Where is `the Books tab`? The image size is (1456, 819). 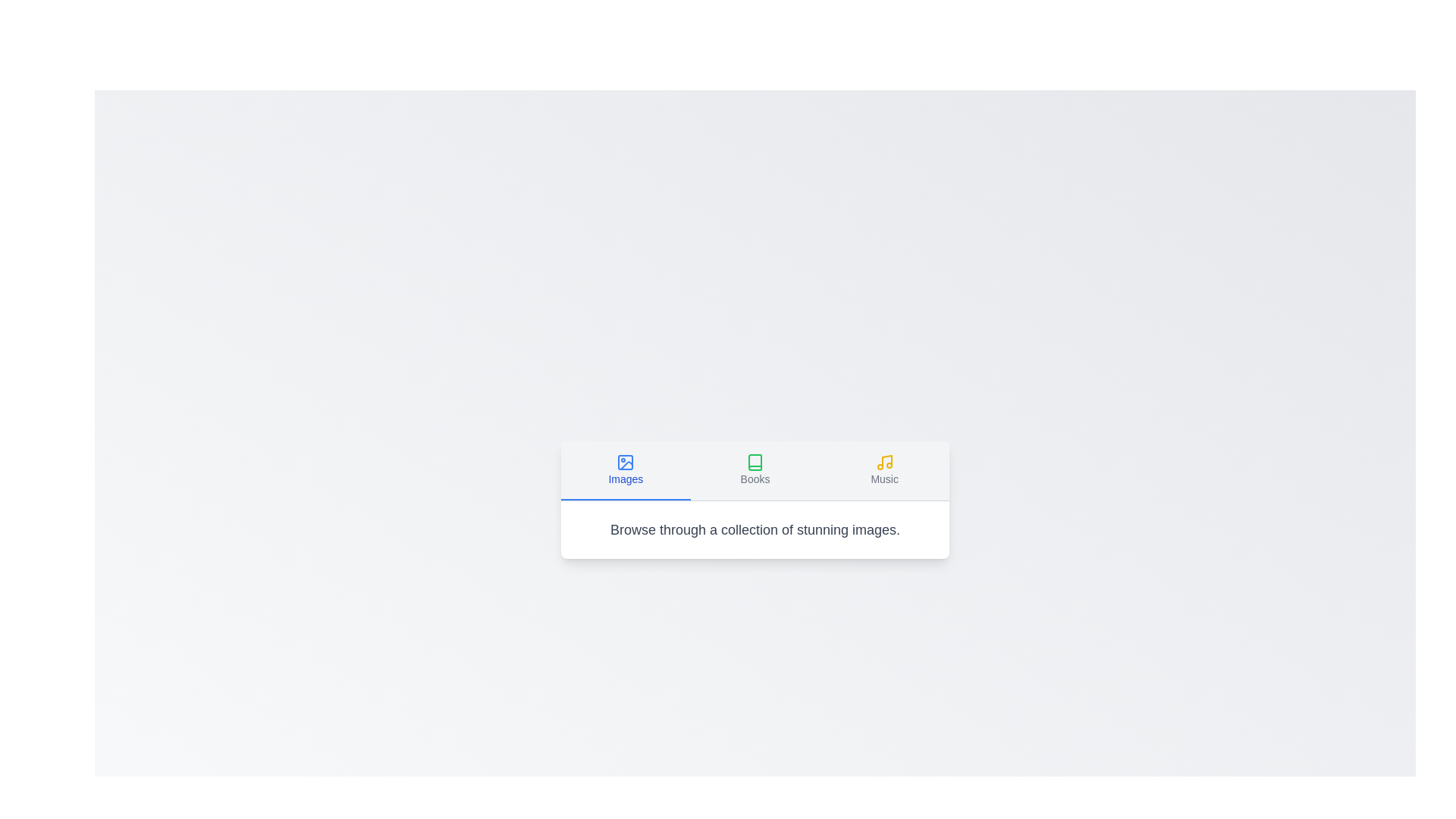
the Books tab is located at coordinates (755, 469).